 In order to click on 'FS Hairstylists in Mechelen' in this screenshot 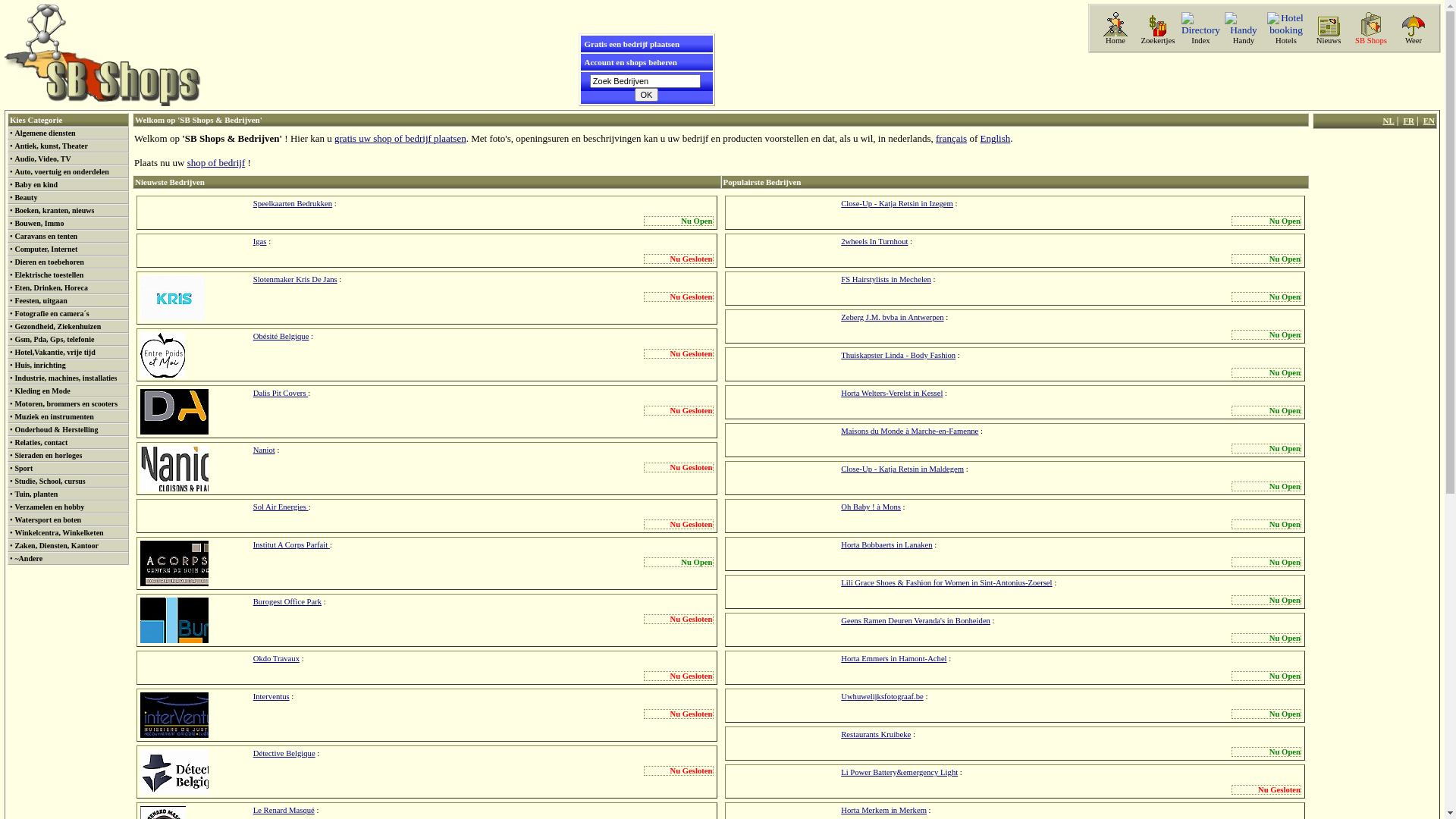, I will do `click(886, 279)`.